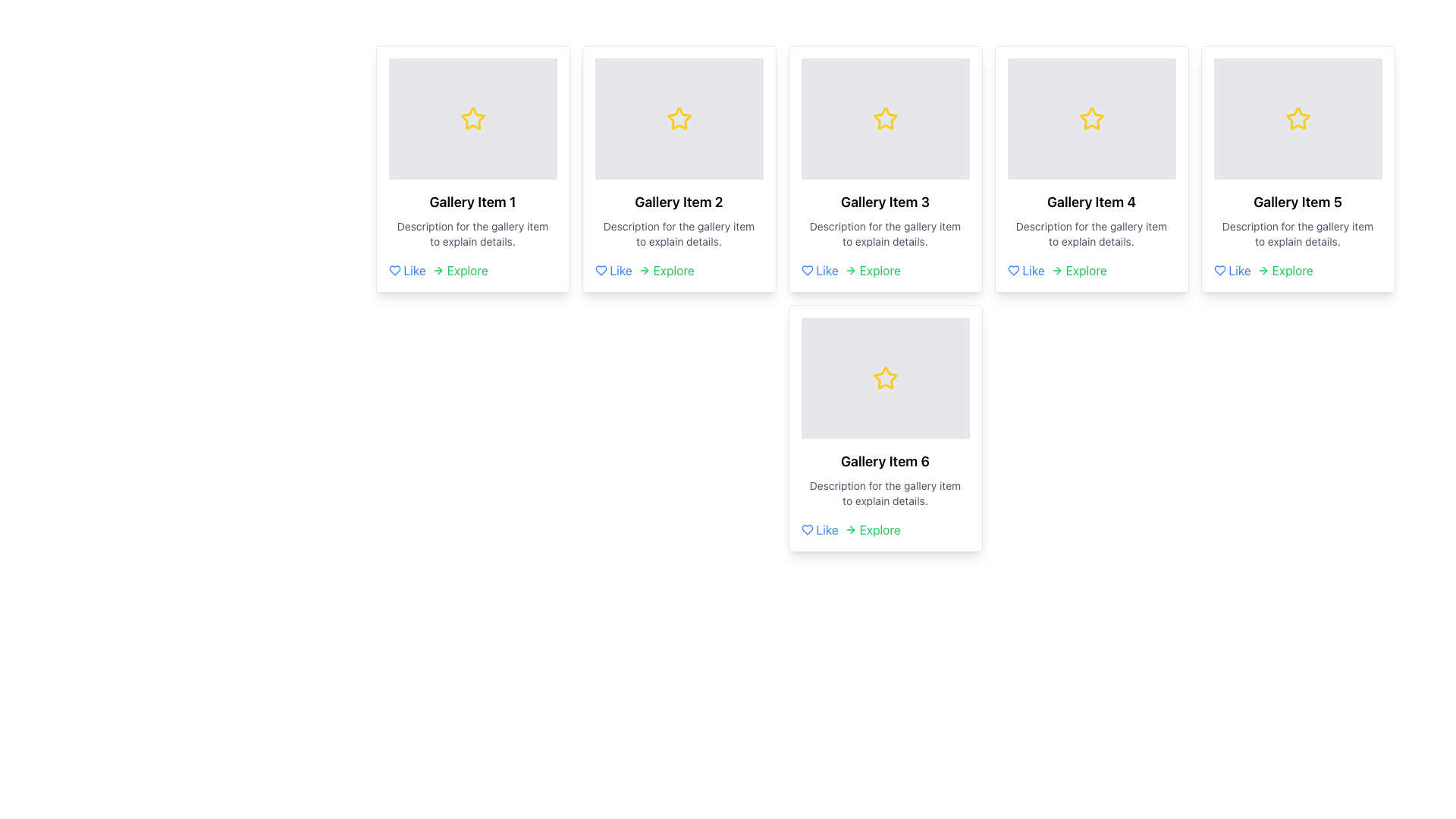 This screenshot has height=819, width=1456. I want to click on the appreciation button for 'Gallery Item 3' located in the bottom section of its card, so click(819, 270).